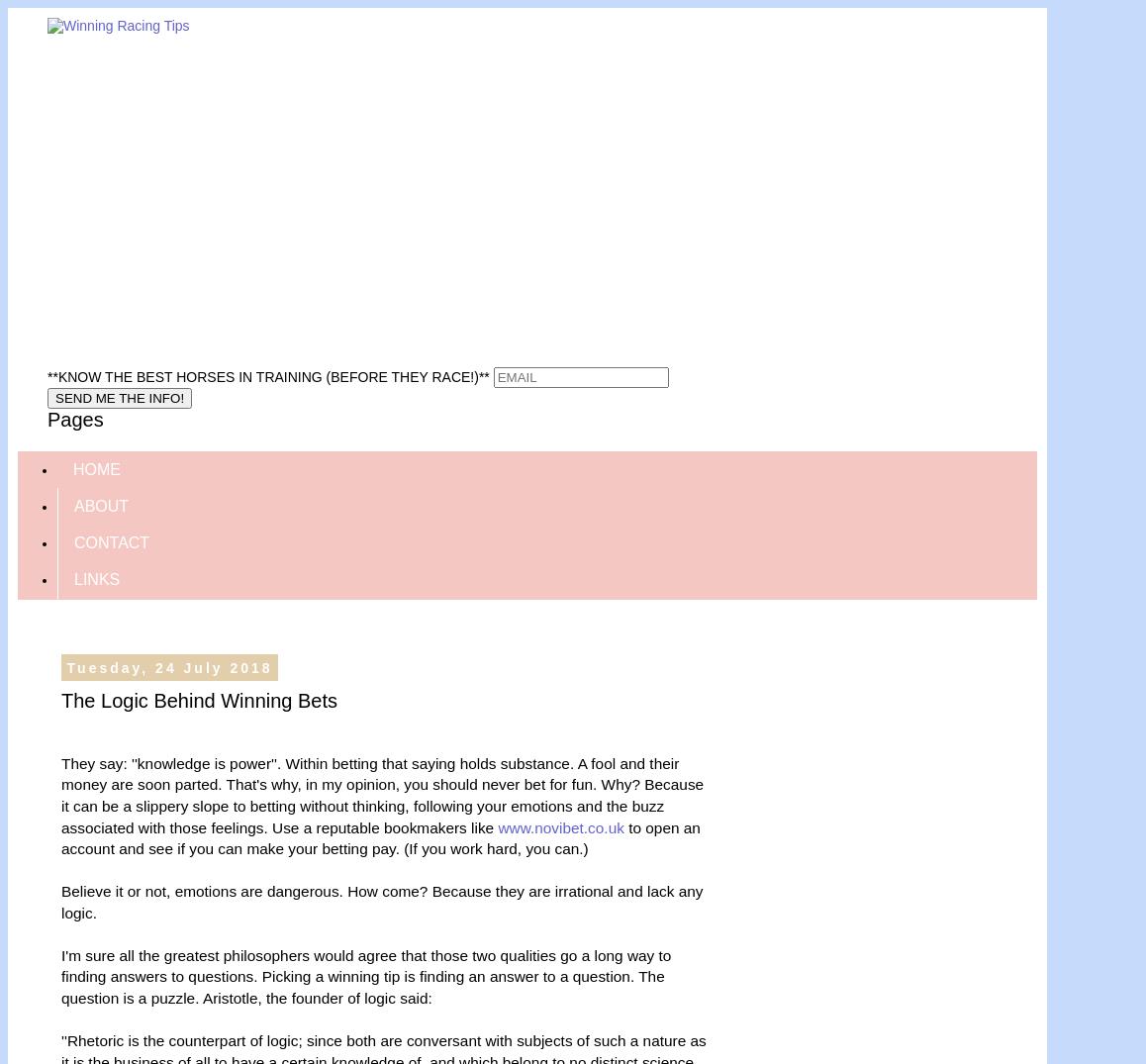 The width and height of the screenshot is (1146, 1064). Describe the element at coordinates (560, 826) in the screenshot. I see `'www.novibet.co.uk'` at that location.